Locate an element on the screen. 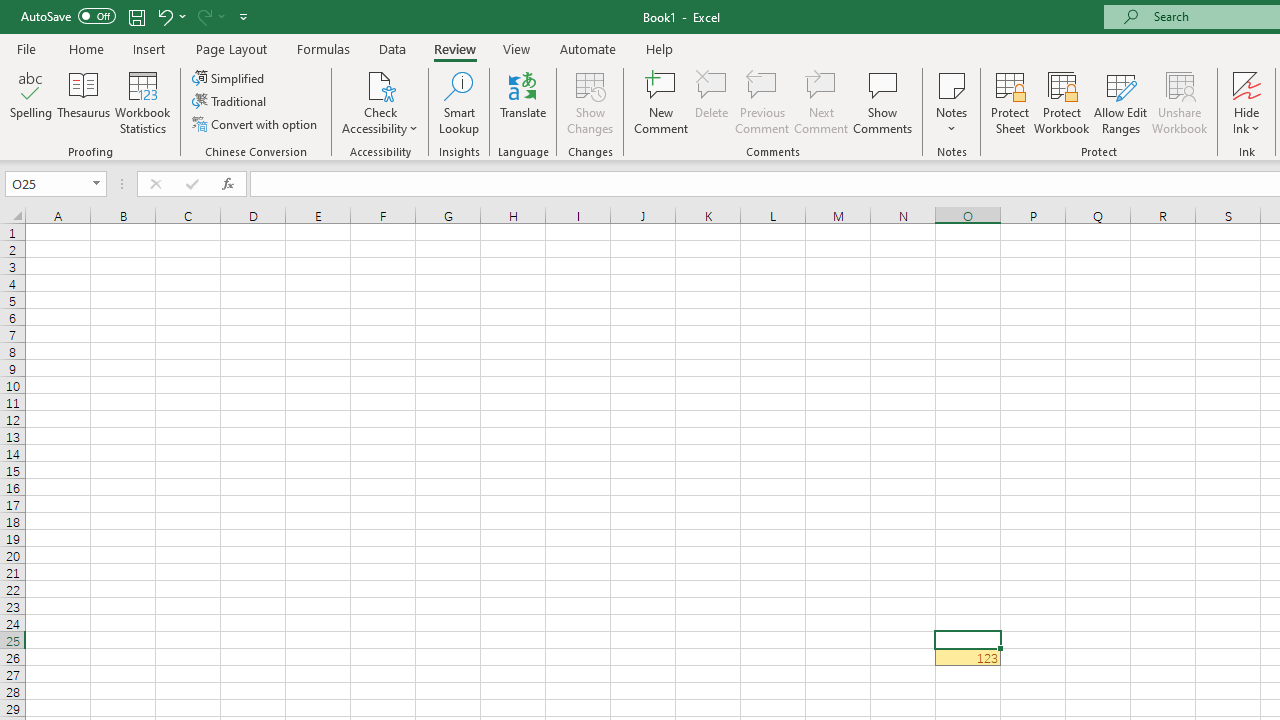  'Unshare Workbook' is located at coordinates (1179, 103).